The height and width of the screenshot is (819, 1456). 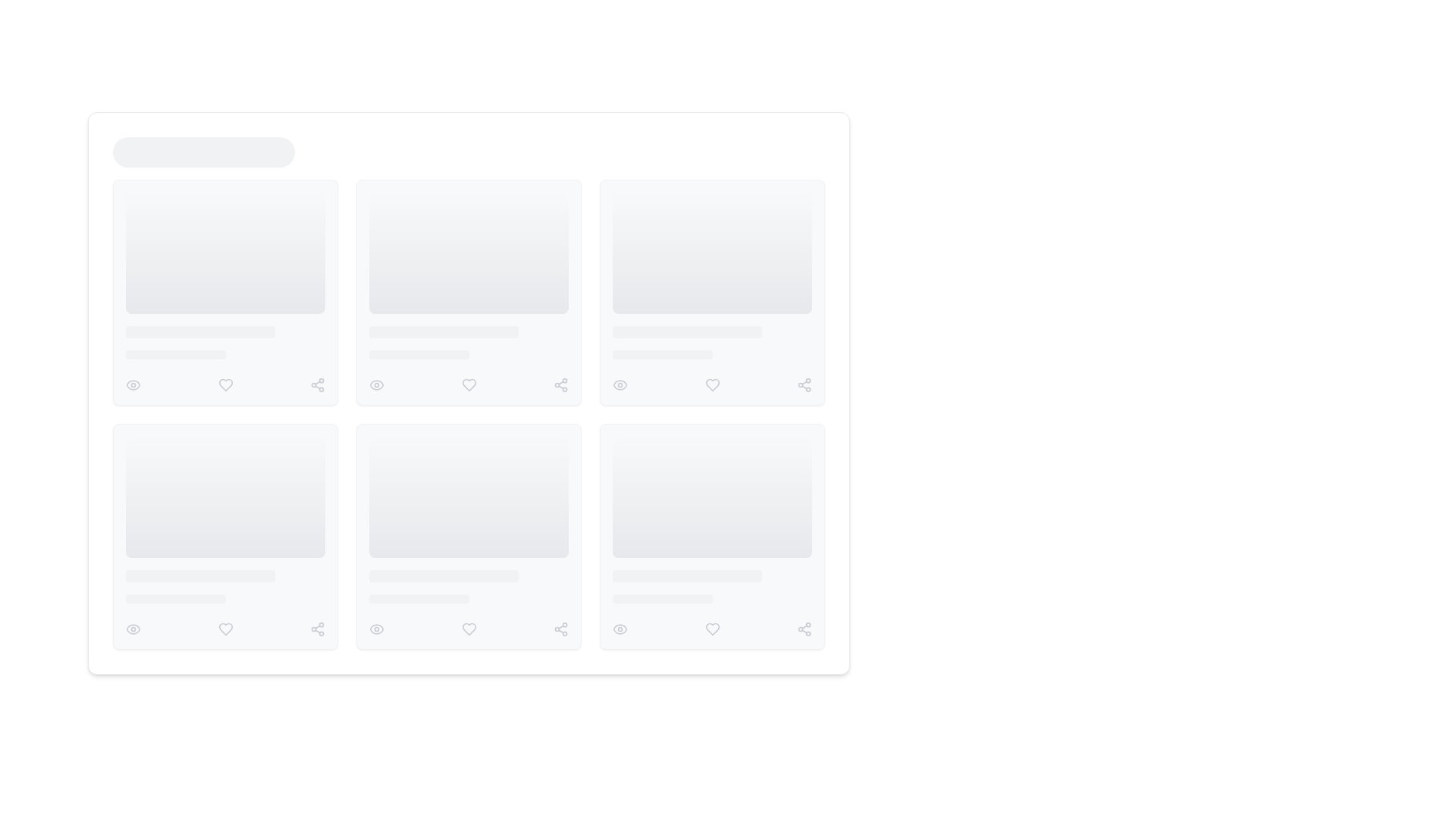 I want to click on the last card element in the grid layout, which has a light gray background and contains an image placeholder and three icons (eye, heart, share), so click(x=711, y=536).